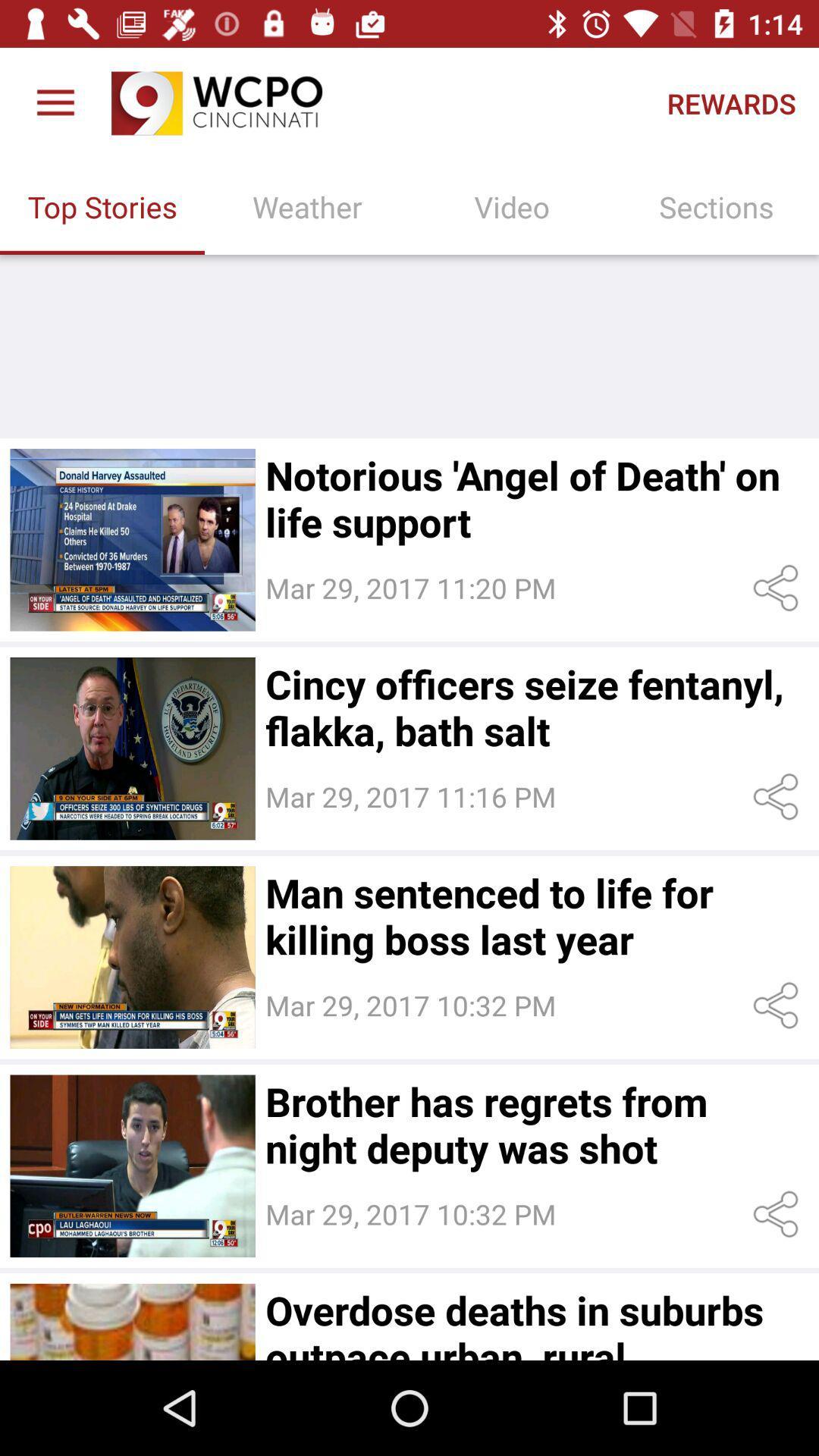  I want to click on open article, so click(132, 1321).